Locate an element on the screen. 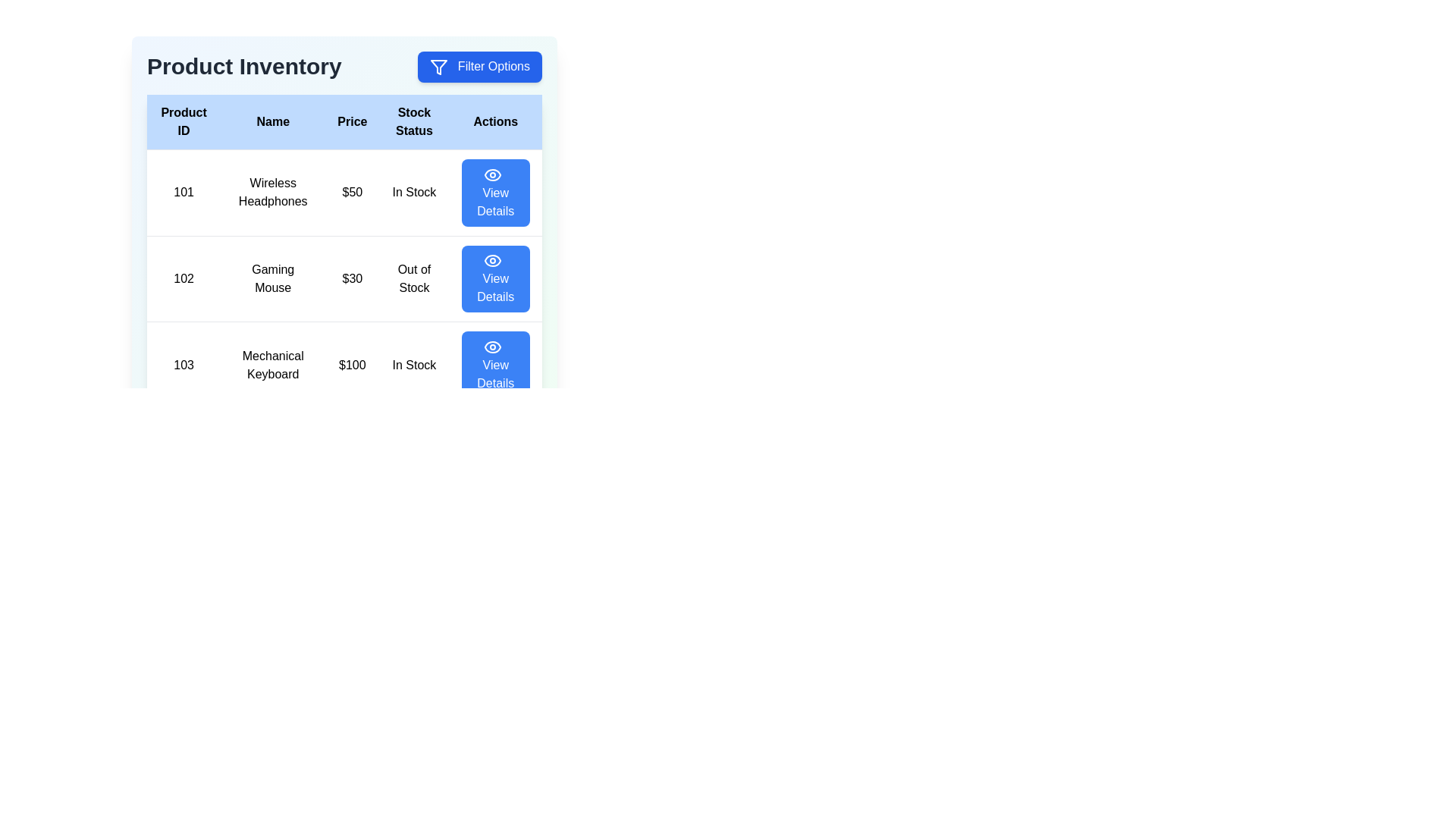 The height and width of the screenshot is (819, 1456). the 'Filter Options' button to open the filter options is located at coordinates (479, 66).